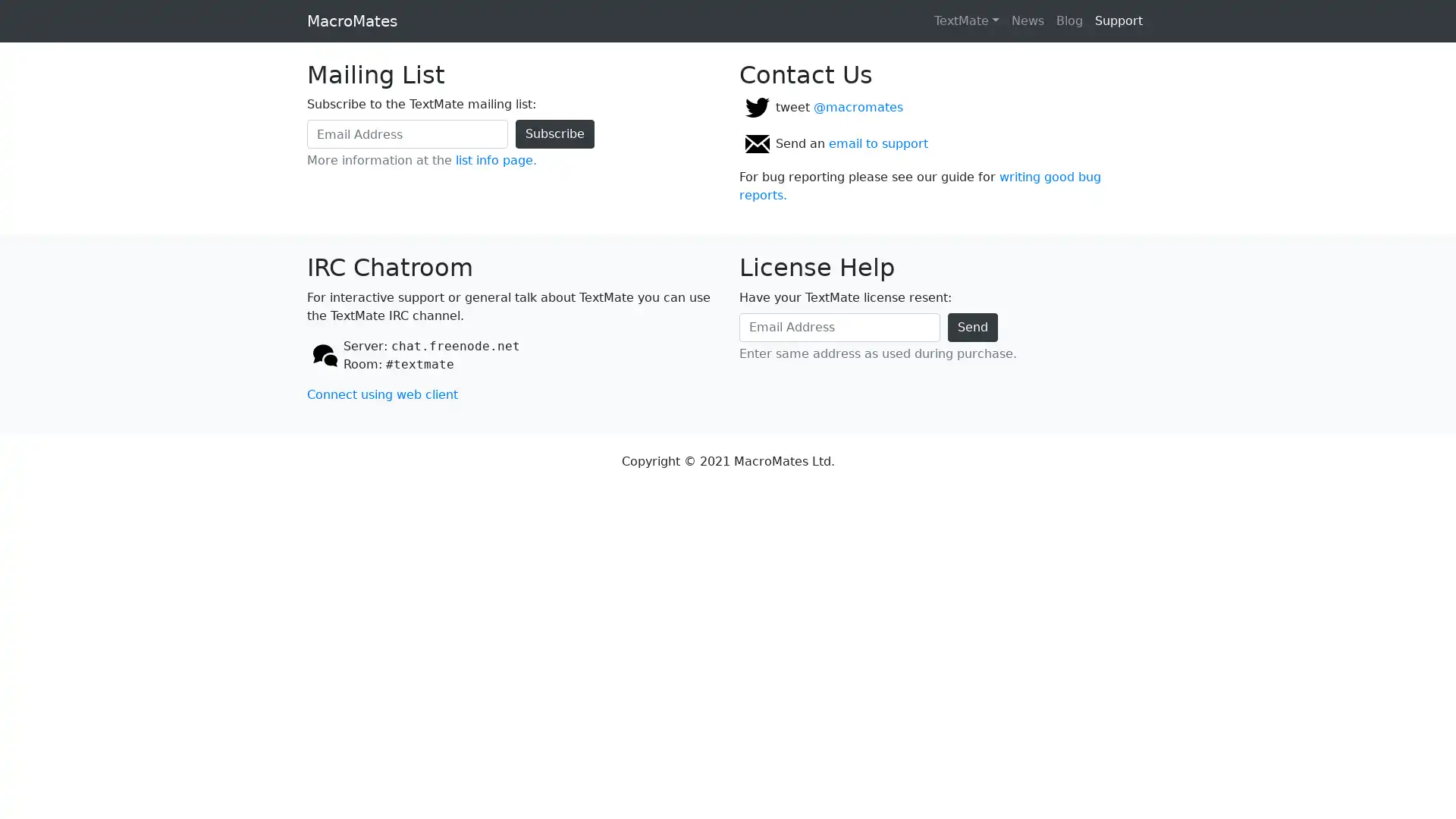 The image size is (1456, 819). Describe the element at coordinates (972, 326) in the screenshot. I see `Send` at that location.